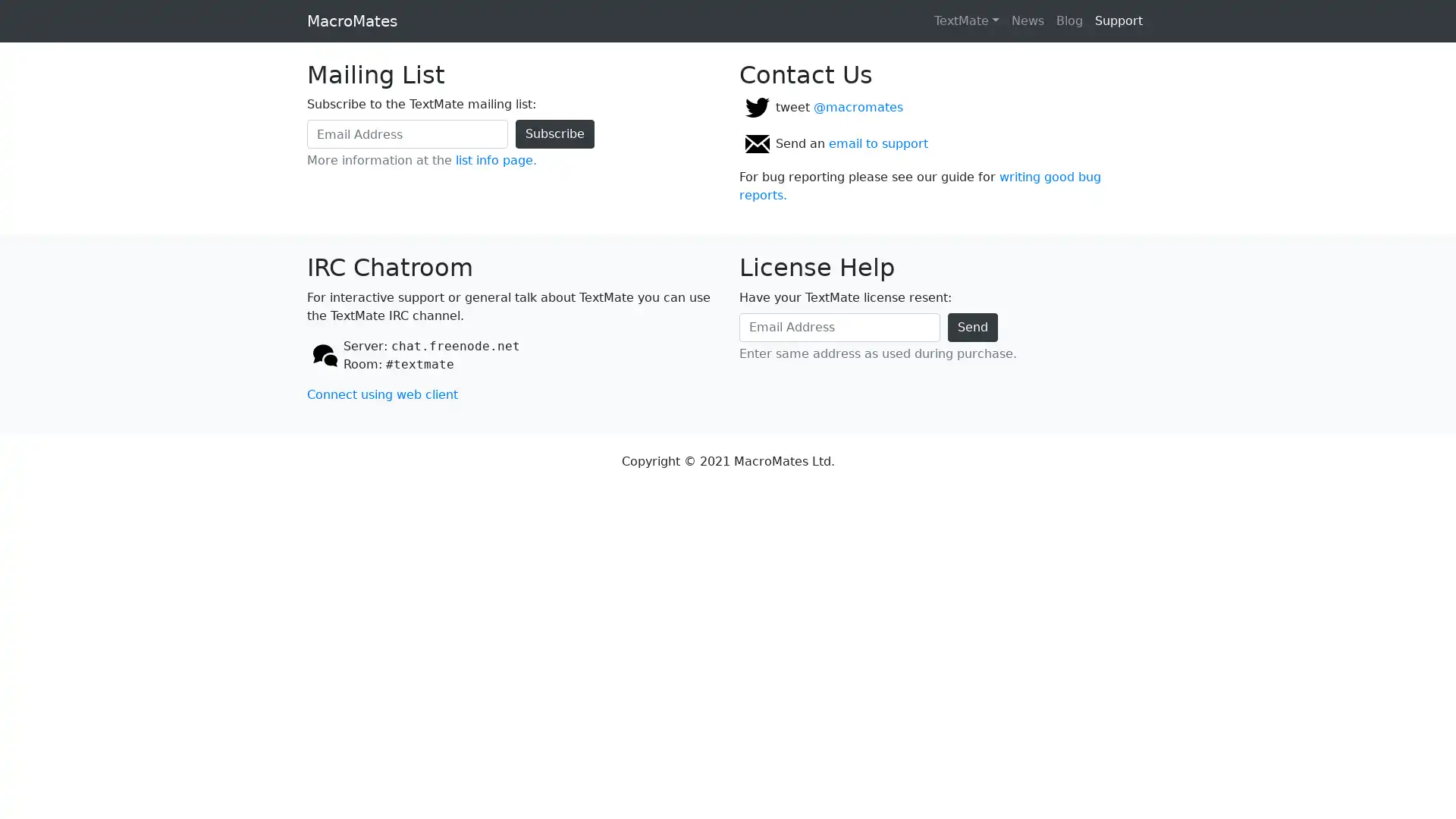 The image size is (1456, 819). Describe the element at coordinates (972, 326) in the screenshot. I see `Send` at that location.